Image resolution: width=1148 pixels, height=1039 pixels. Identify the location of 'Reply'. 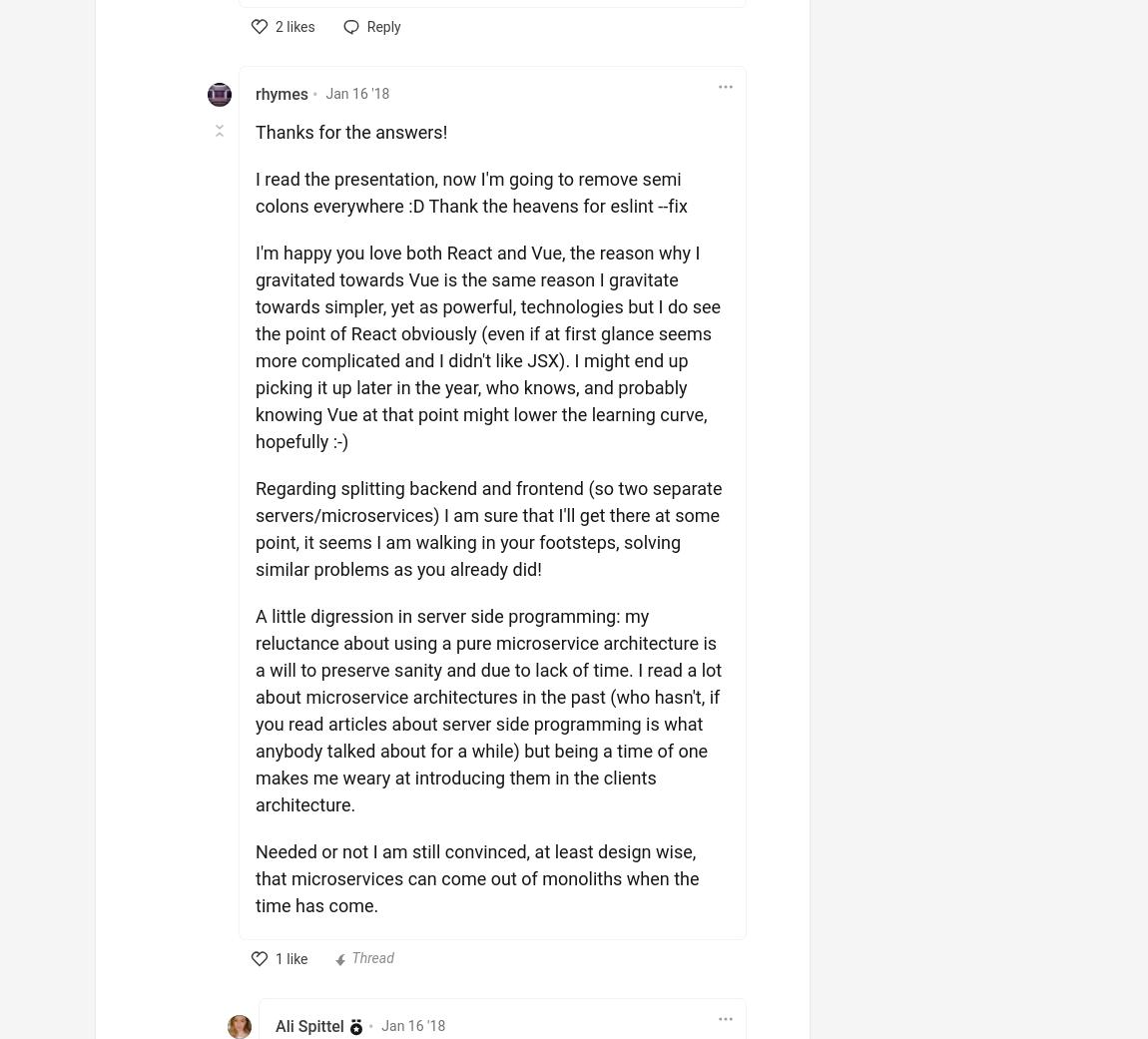
(382, 25).